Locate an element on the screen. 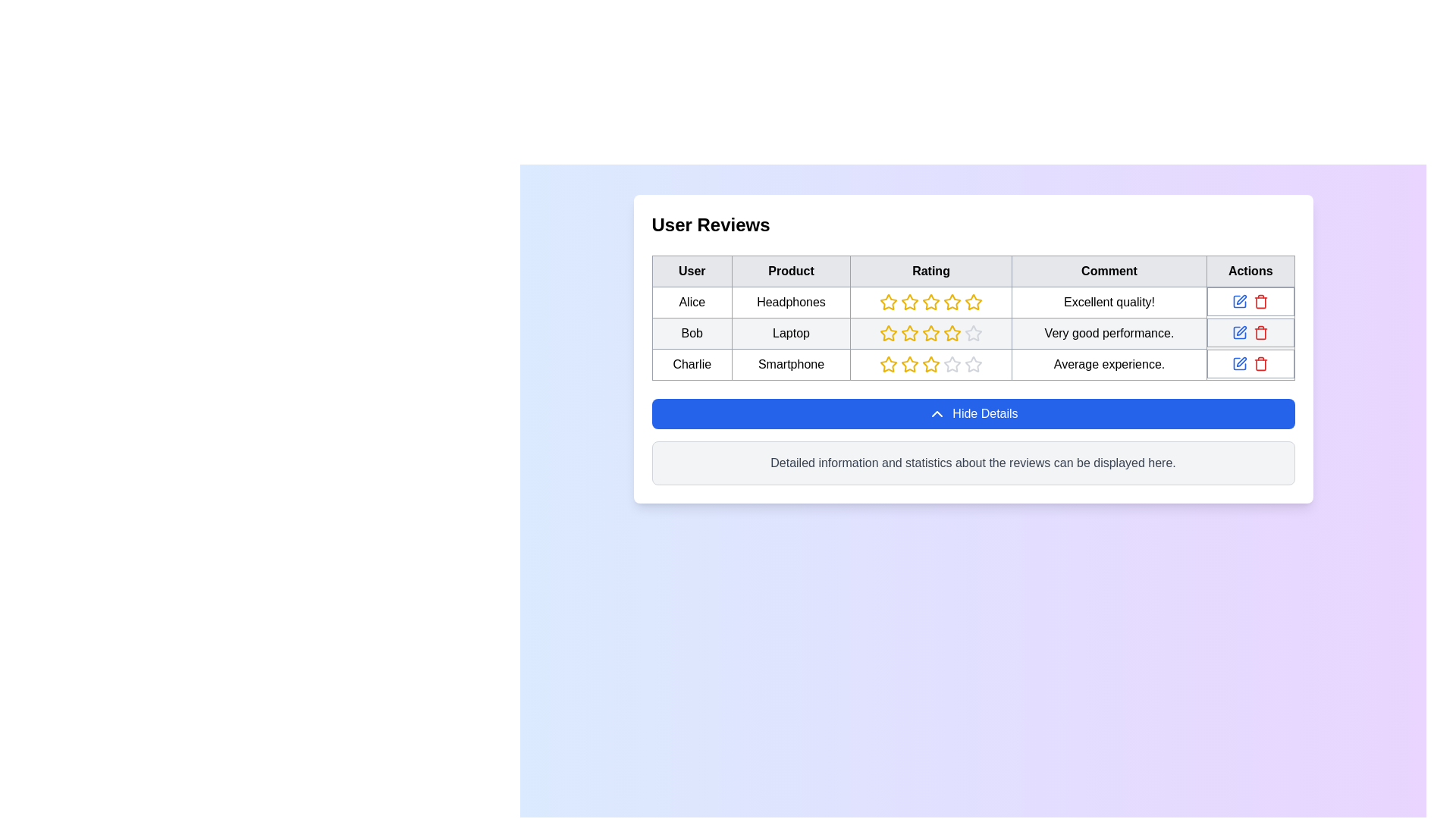 The width and height of the screenshot is (1456, 819). the highlighted yellow star-shaped icon is located at coordinates (910, 302).